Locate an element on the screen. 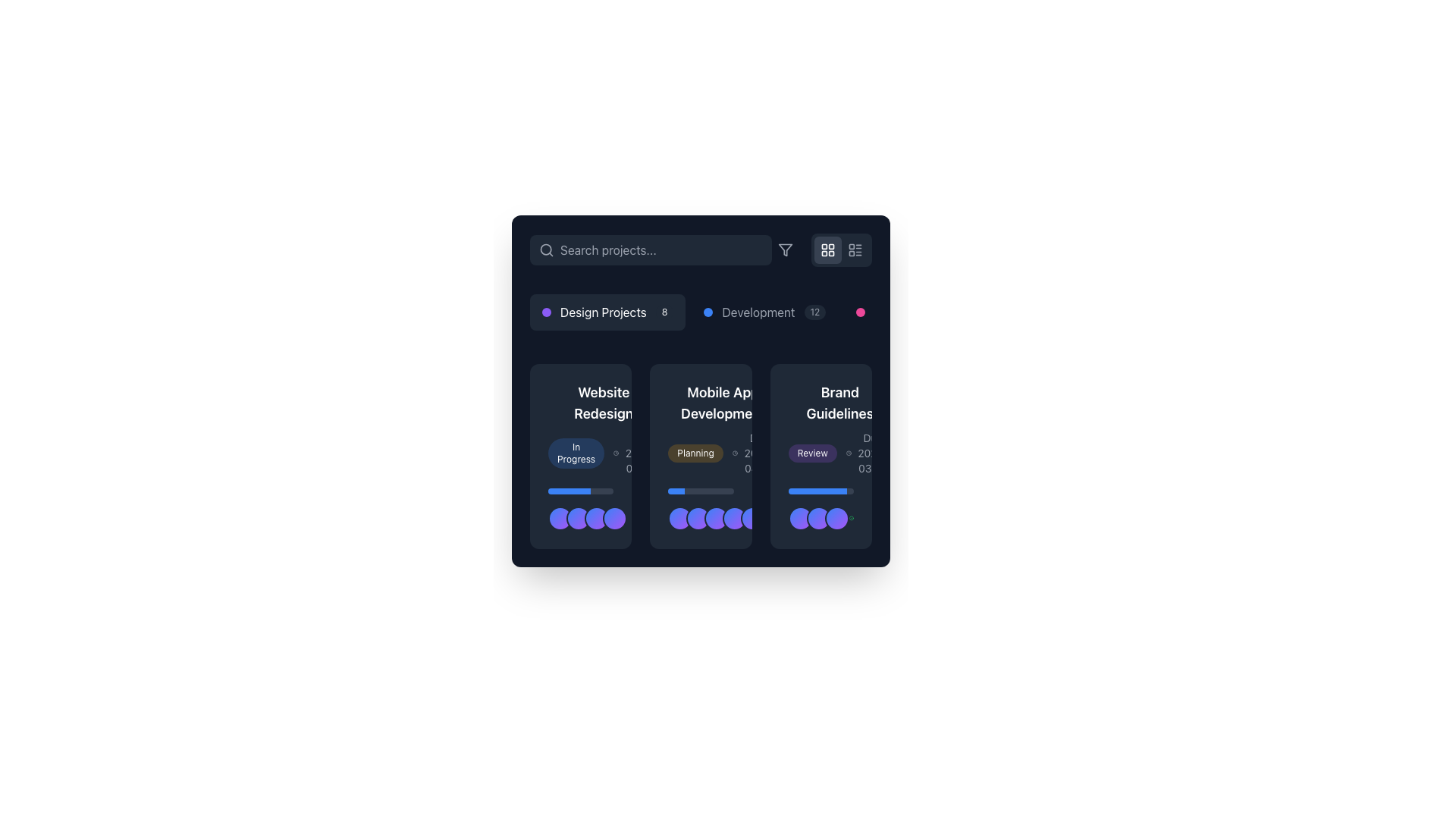 This screenshot has width=1456, height=819. the right icon representing the list view in the horizontal cluster of toggle buttons with a dark gray background to switch to list view is located at coordinates (840, 249).